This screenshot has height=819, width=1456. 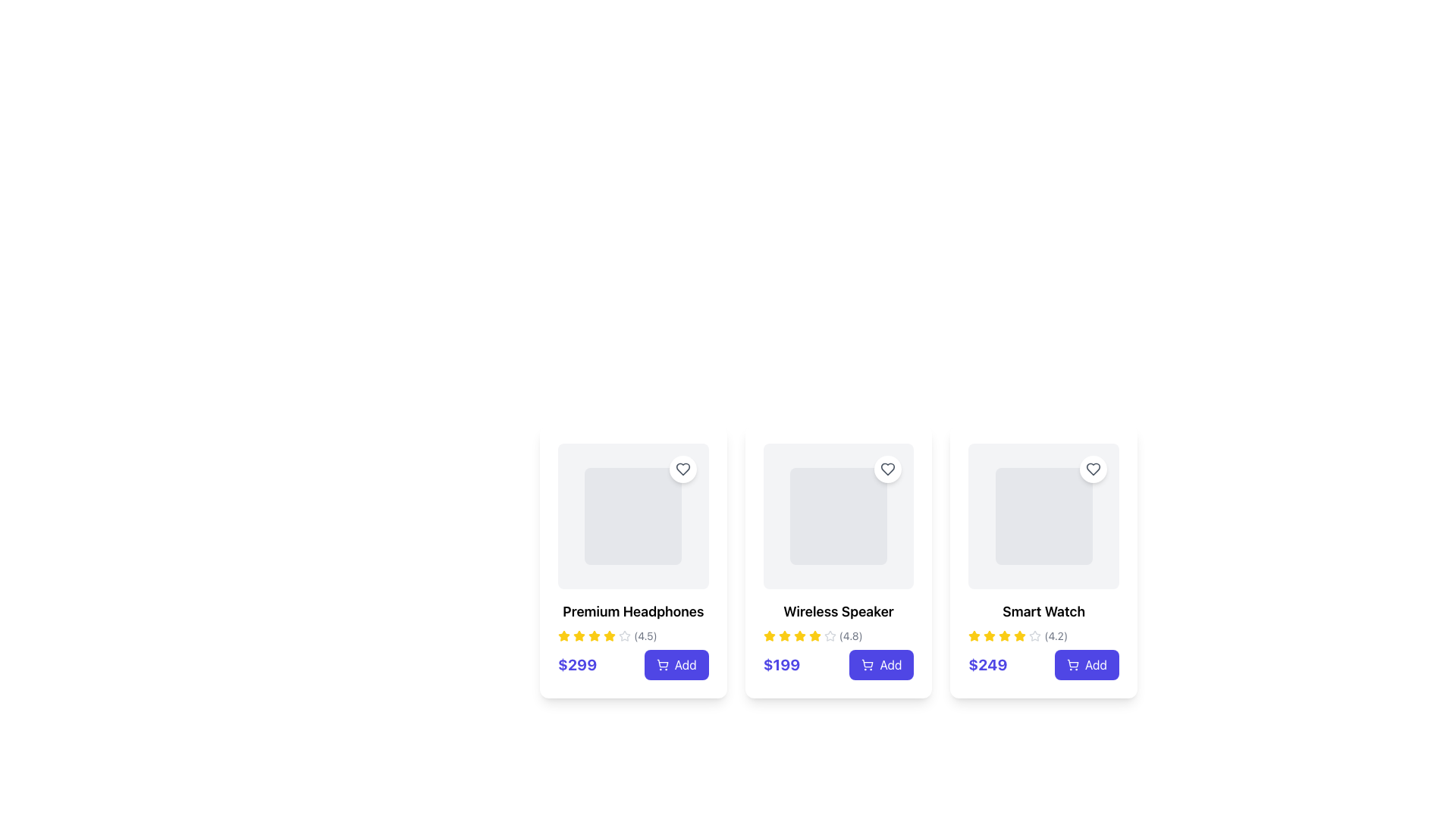 I want to click on the fourth star icon in the rating scale for the product 'Wireless Speaker', which signifies a rating of 4 out of 5, so click(x=799, y=636).